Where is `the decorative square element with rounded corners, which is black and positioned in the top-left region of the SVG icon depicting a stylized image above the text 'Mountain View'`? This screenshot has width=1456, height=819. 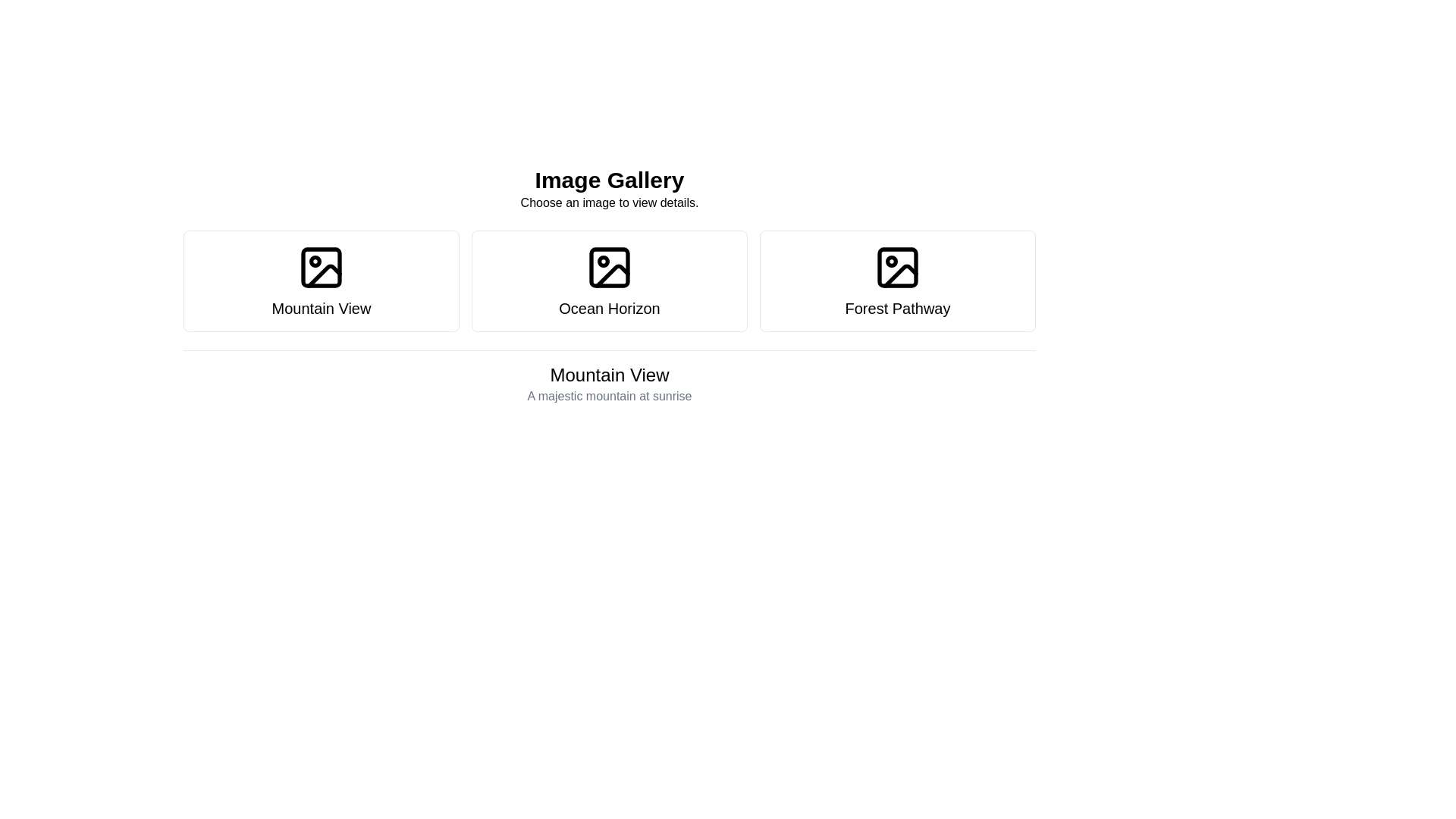
the decorative square element with rounded corners, which is black and positioned in the top-left region of the SVG icon depicting a stylized image above the text 'Mountain View' is located at coordinates (320, 267).